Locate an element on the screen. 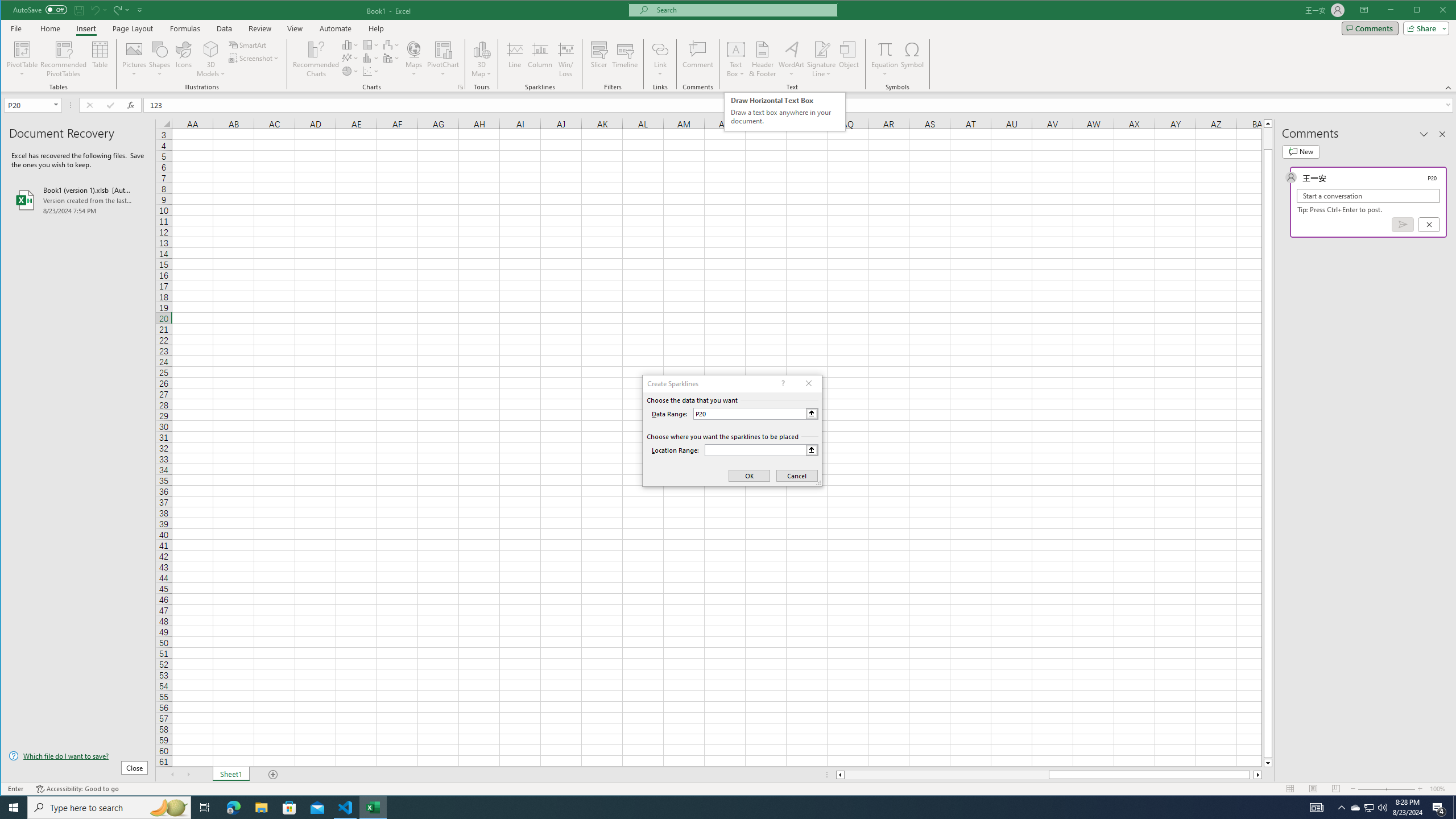 The image size is (1456, 819). 'Post comment (Ctrl + Enter)' is located at coordinates (1403, 224).